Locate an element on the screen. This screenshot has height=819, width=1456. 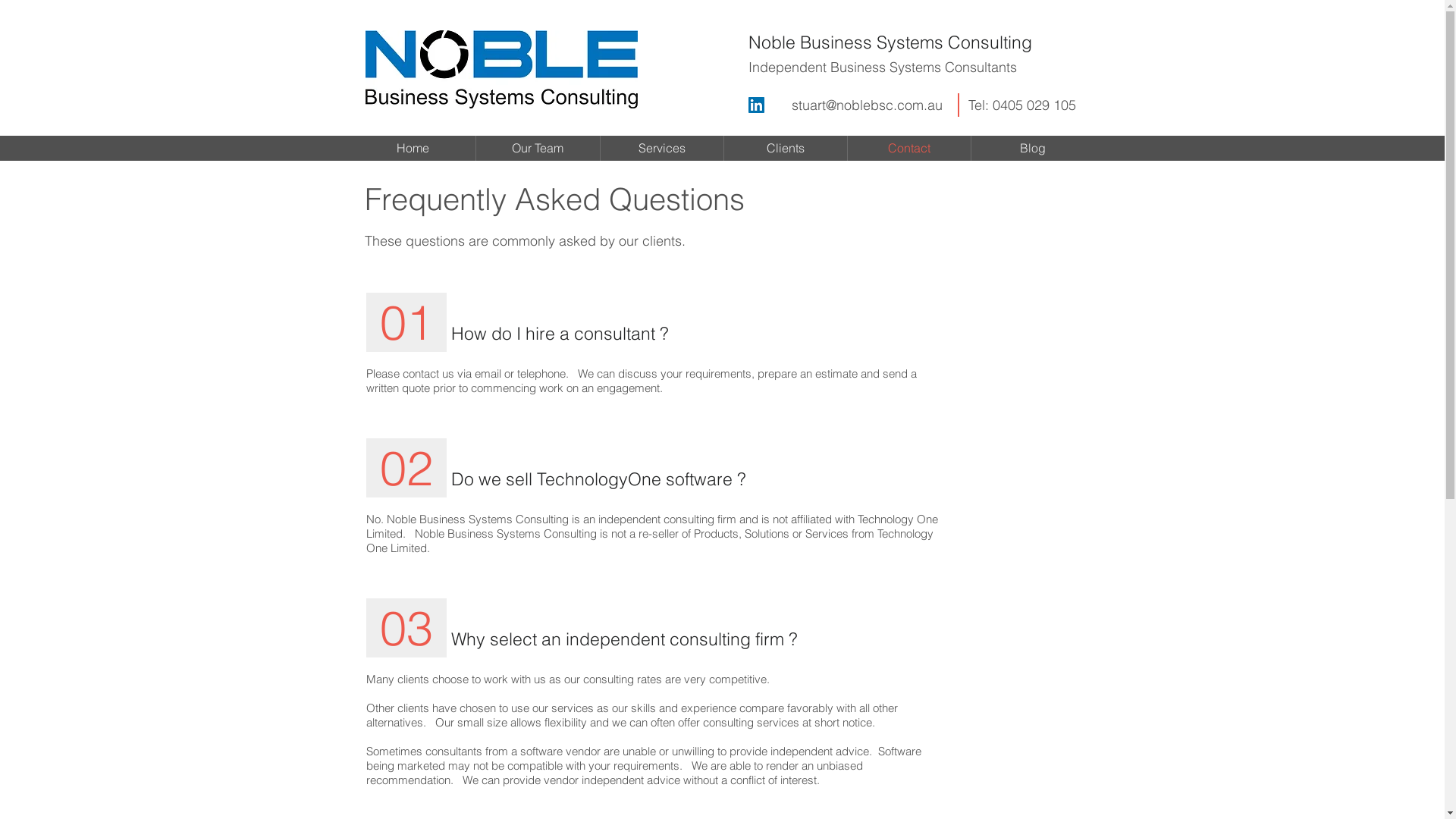
'Contact' is located at coordinates (909, 148).